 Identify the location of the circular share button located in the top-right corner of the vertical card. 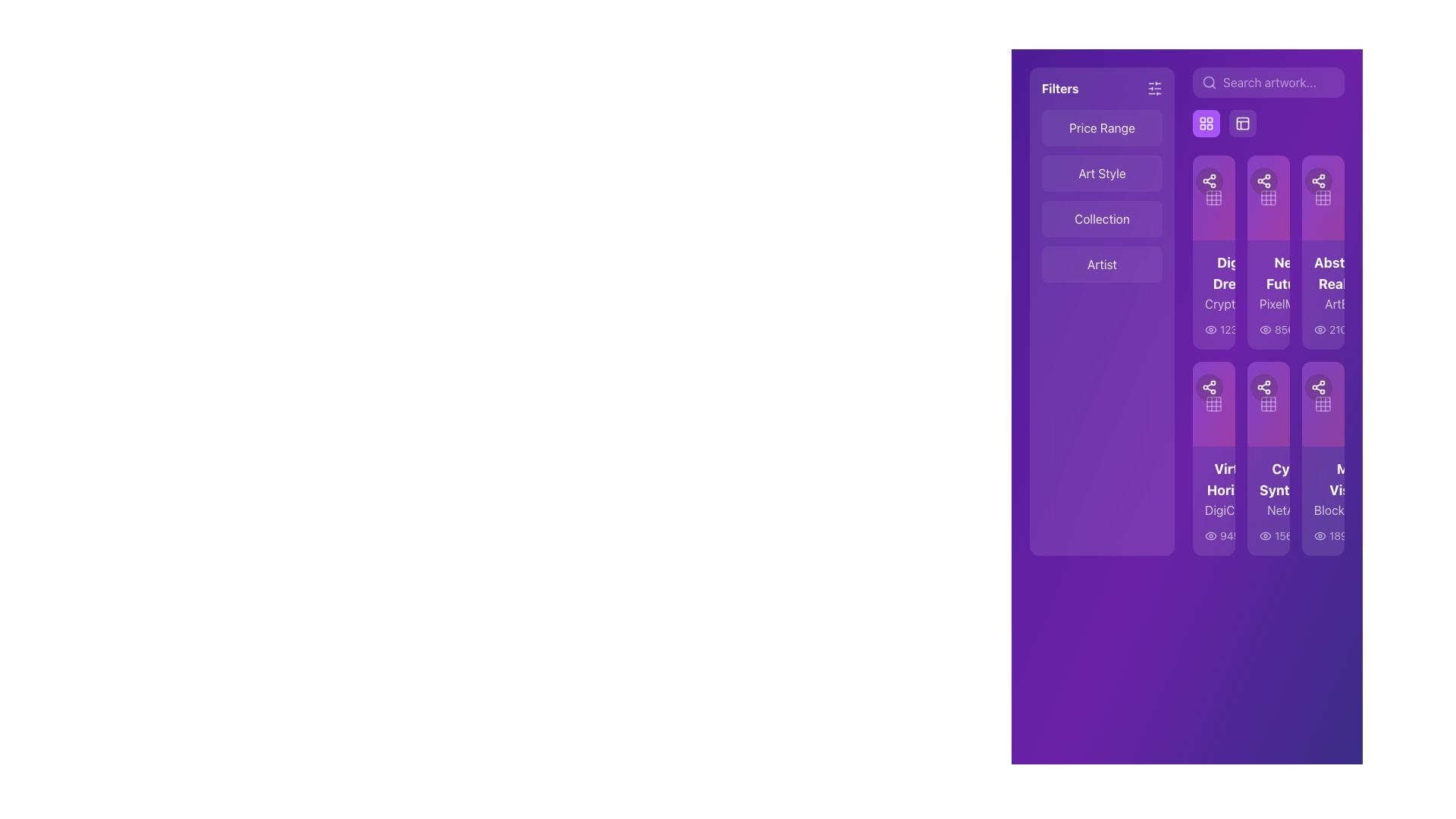
(1192, 180).